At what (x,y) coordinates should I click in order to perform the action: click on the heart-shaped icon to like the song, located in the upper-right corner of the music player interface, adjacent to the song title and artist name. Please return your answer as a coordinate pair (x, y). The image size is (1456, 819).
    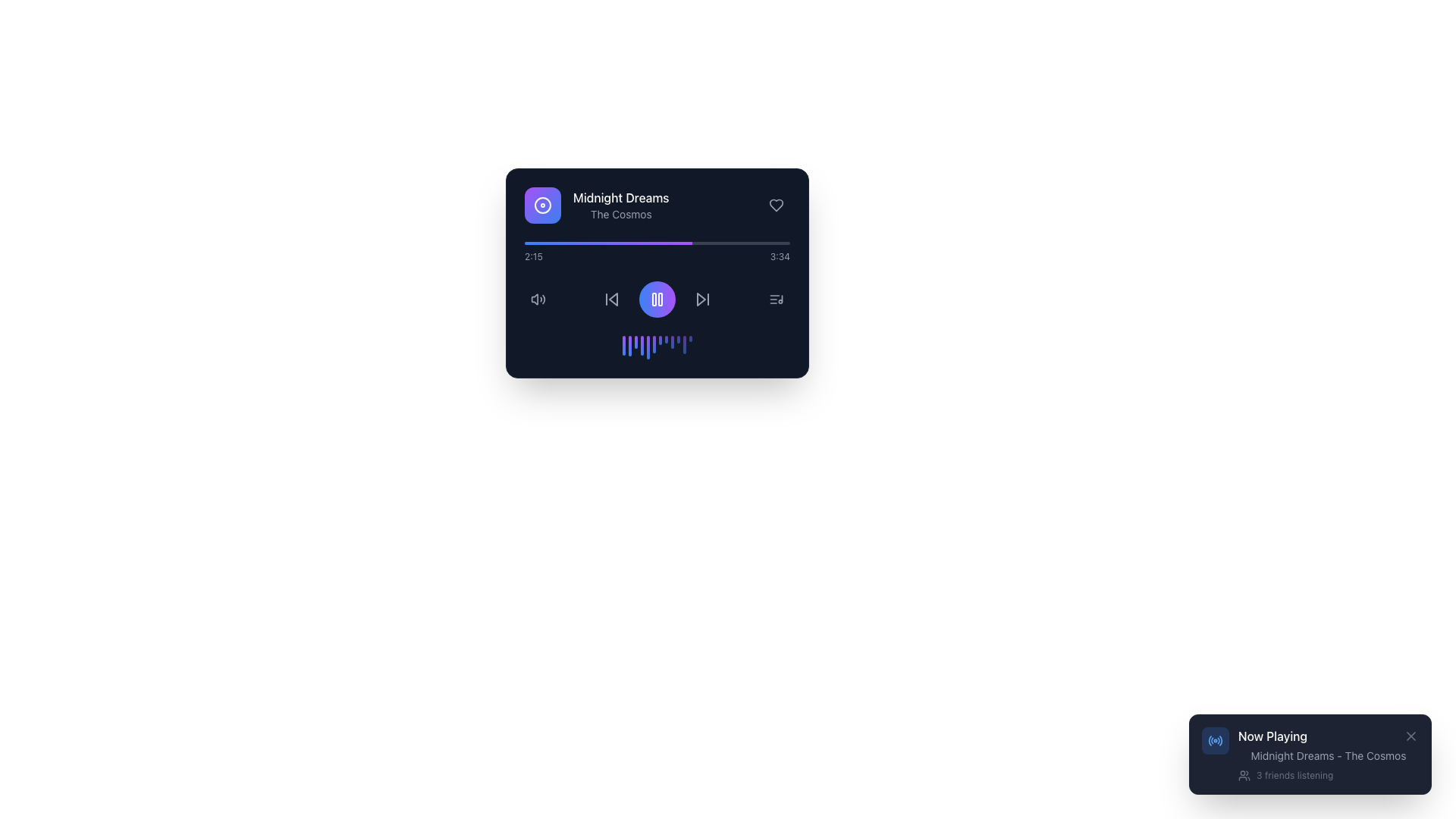
    Looking at the image, I should click on (776, 205).